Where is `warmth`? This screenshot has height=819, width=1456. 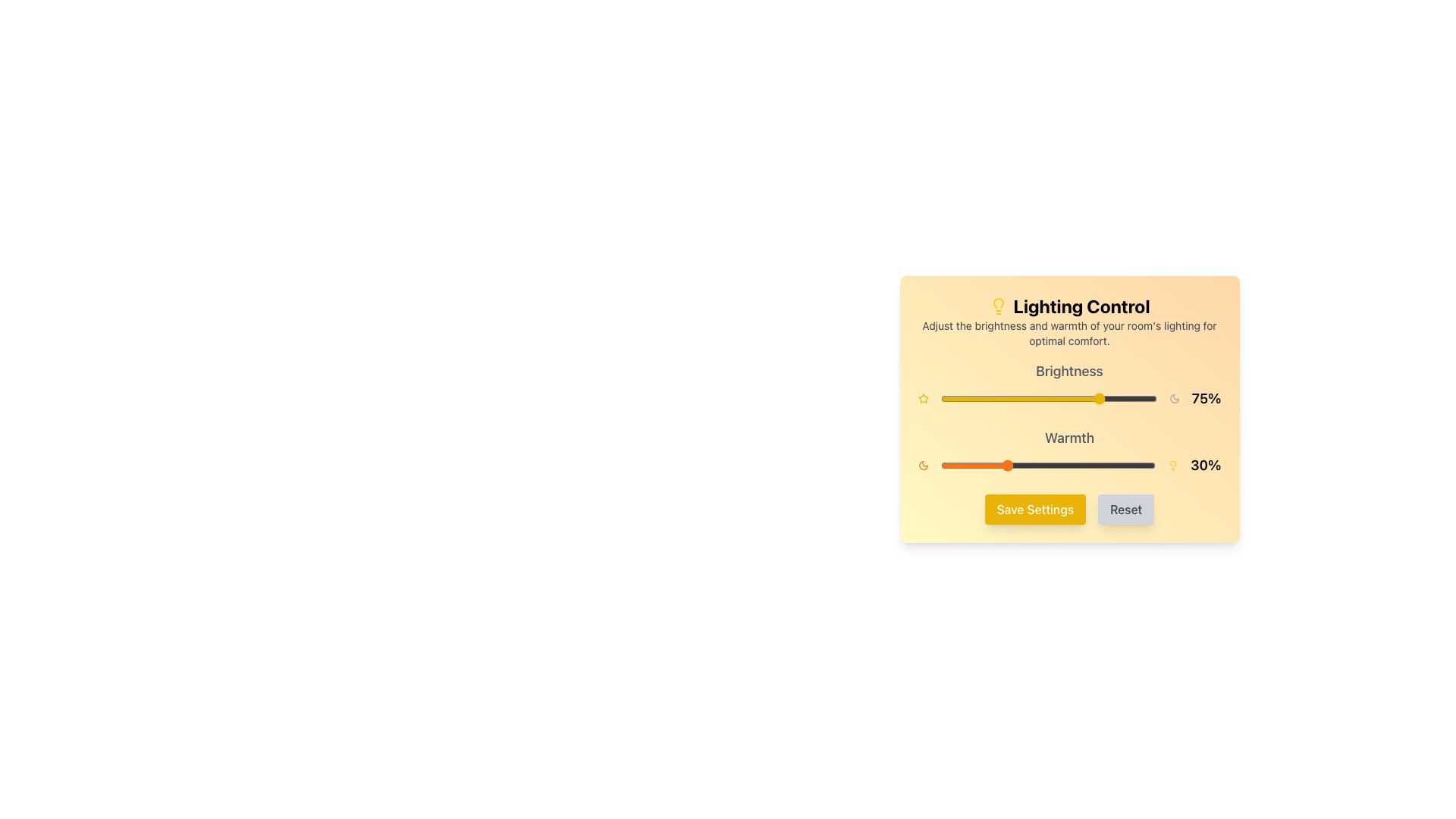 warmth is located at coordinates (1047, 464).